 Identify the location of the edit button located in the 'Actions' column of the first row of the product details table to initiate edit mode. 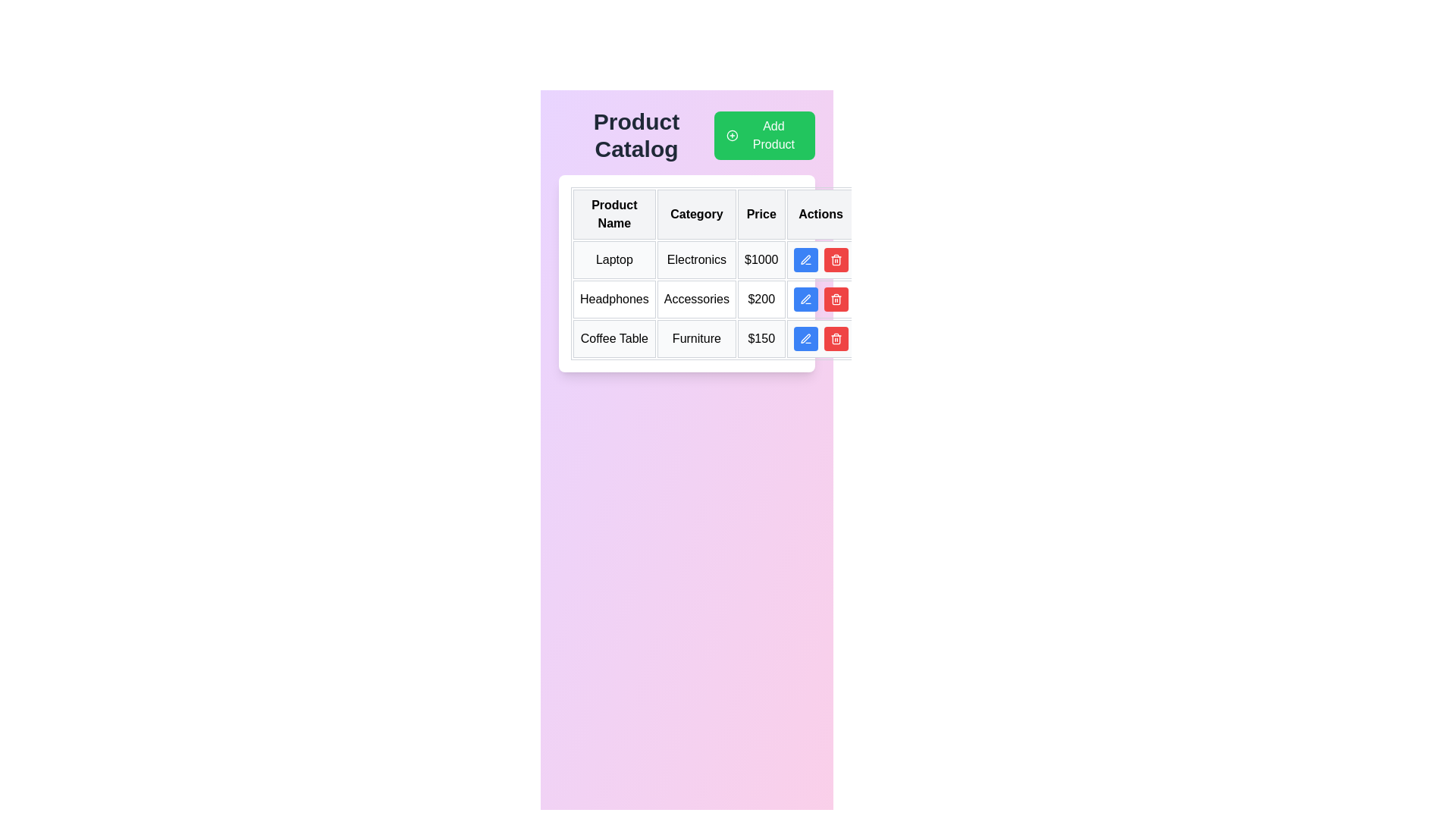
(805, 259).